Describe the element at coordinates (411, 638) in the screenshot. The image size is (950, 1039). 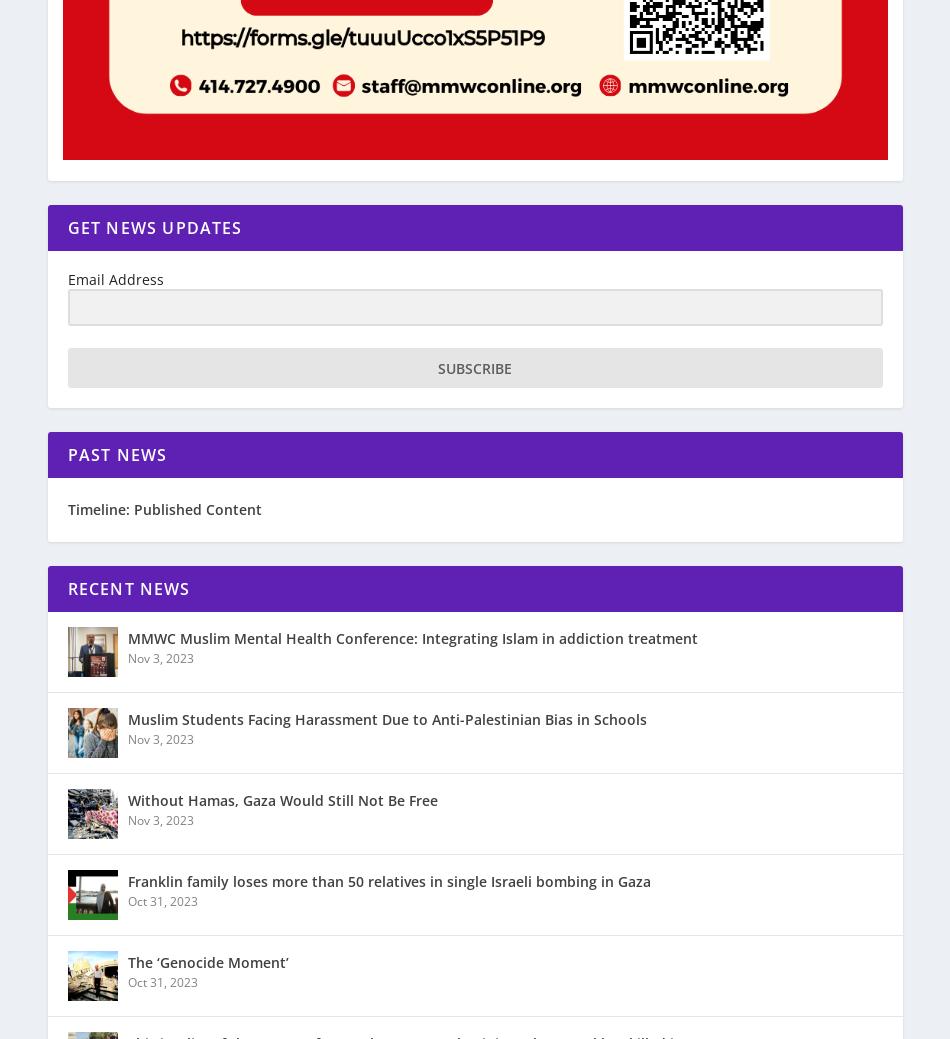
I see `'MMWC Muslim Mental Health Conference: Integrating Islam in addiction treatment'` at that location.